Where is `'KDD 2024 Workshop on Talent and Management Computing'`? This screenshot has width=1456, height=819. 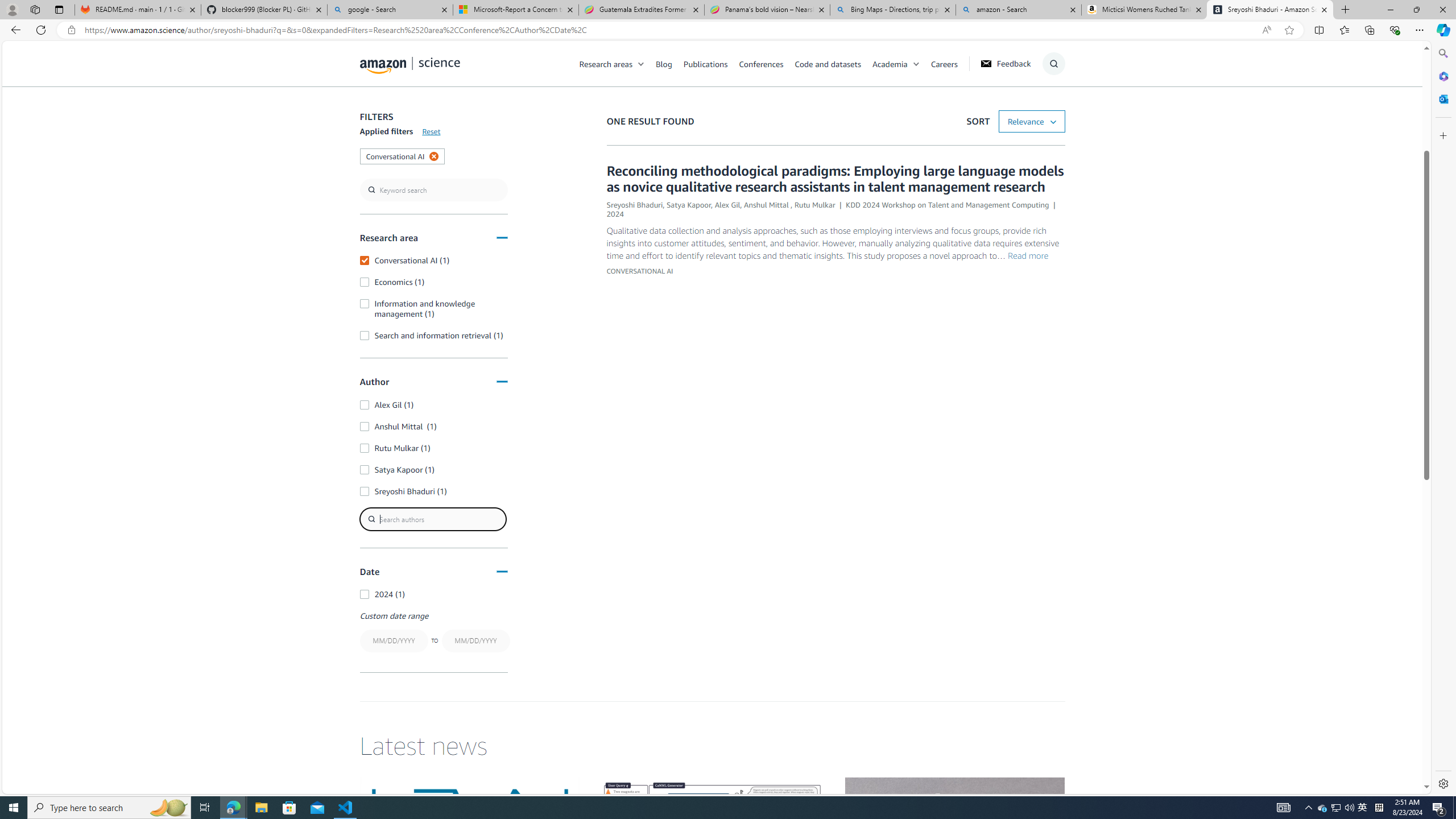
'KDD 2024 Workshop on Talent and Management Computing' is located at coordinates (948, 205).